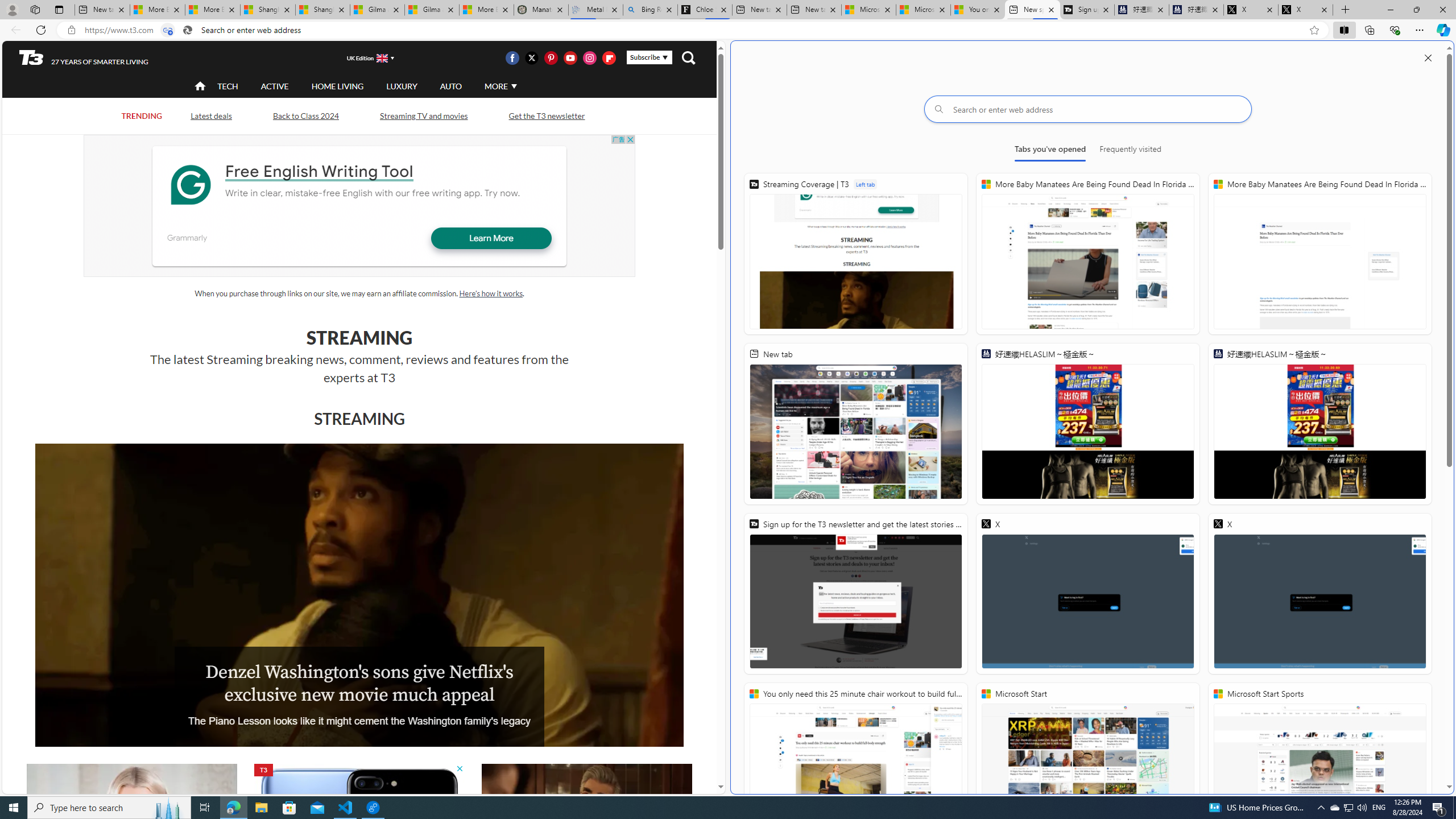 The image size is (1456, 819). Describe the element at coordinates (547, 115) in the screenshot. I see `'Get the T3 newsletter'` at that location.